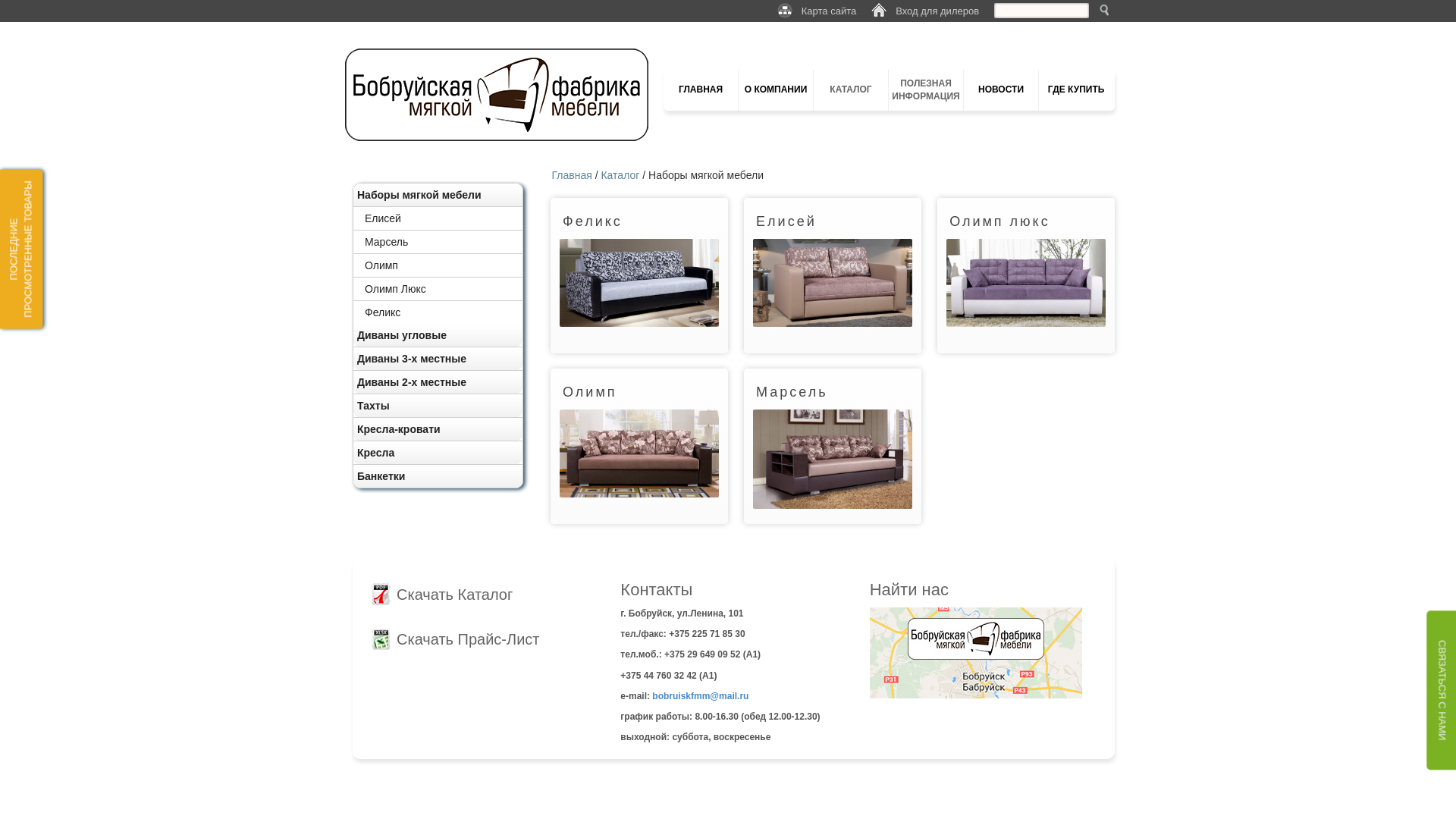 The height and width of the screenshot is (819, 1456). Describe the element at coordinates (699, 696) in the screenshot. I see `'bobruiskfmm@mail.ru'` at that location.